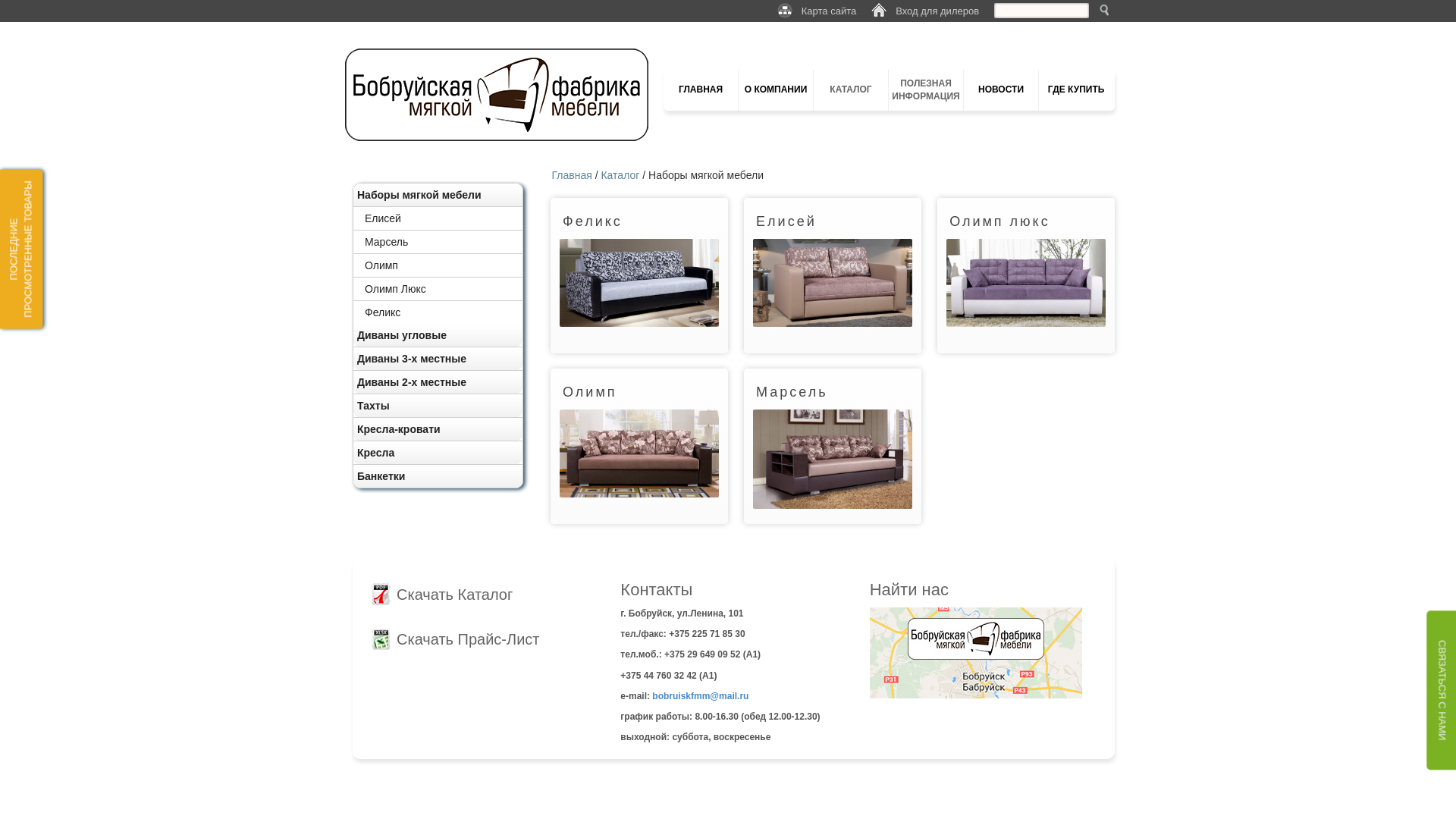 The height and width of the screenshot is (819, 1456). Describe the element at coordinates (699, 696) in the screenshot. I see `'bobruiskfmm@mail.ru'` at that location.